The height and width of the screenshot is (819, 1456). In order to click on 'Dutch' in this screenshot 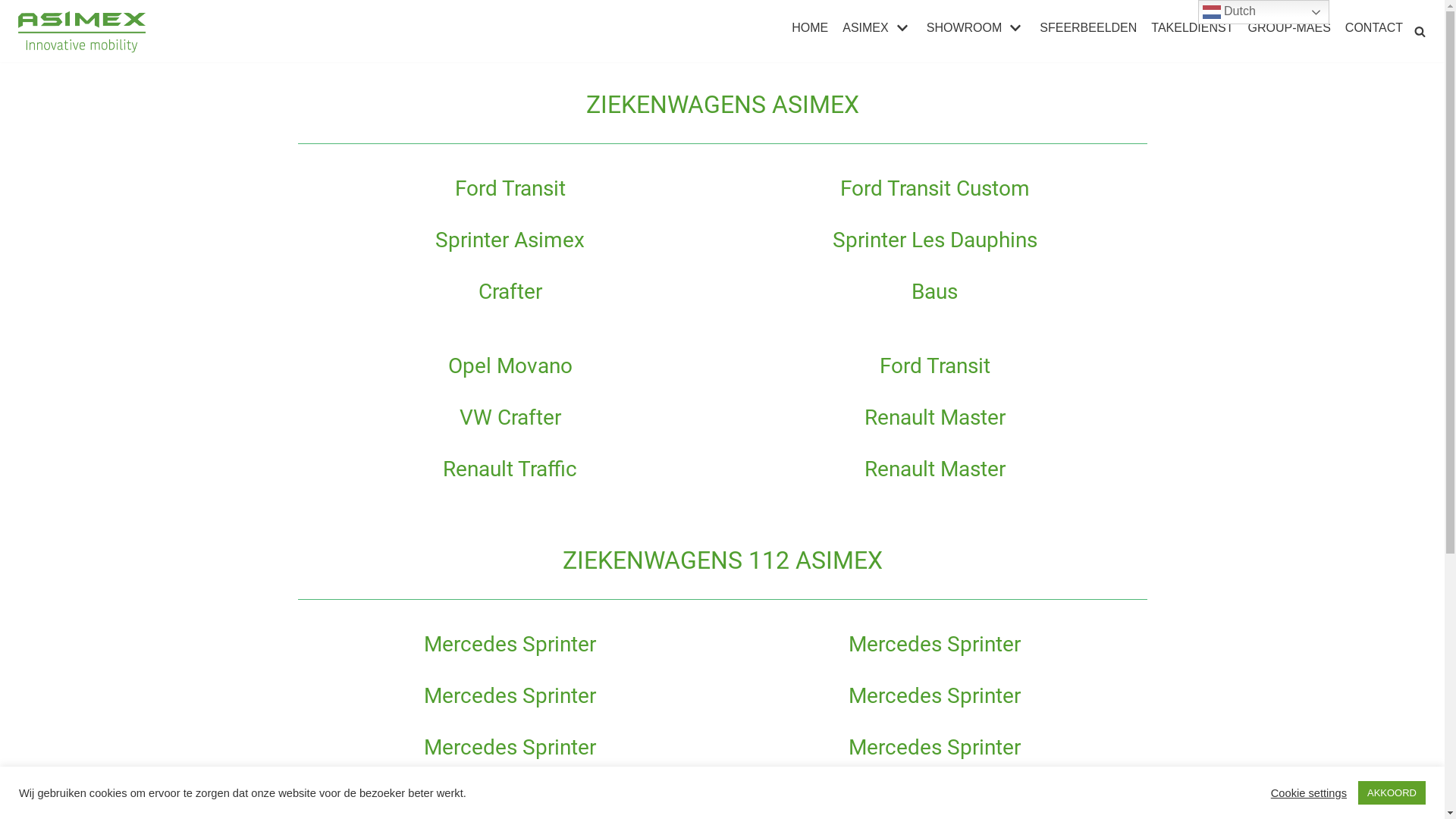, I will do `click(1263, 11)`.